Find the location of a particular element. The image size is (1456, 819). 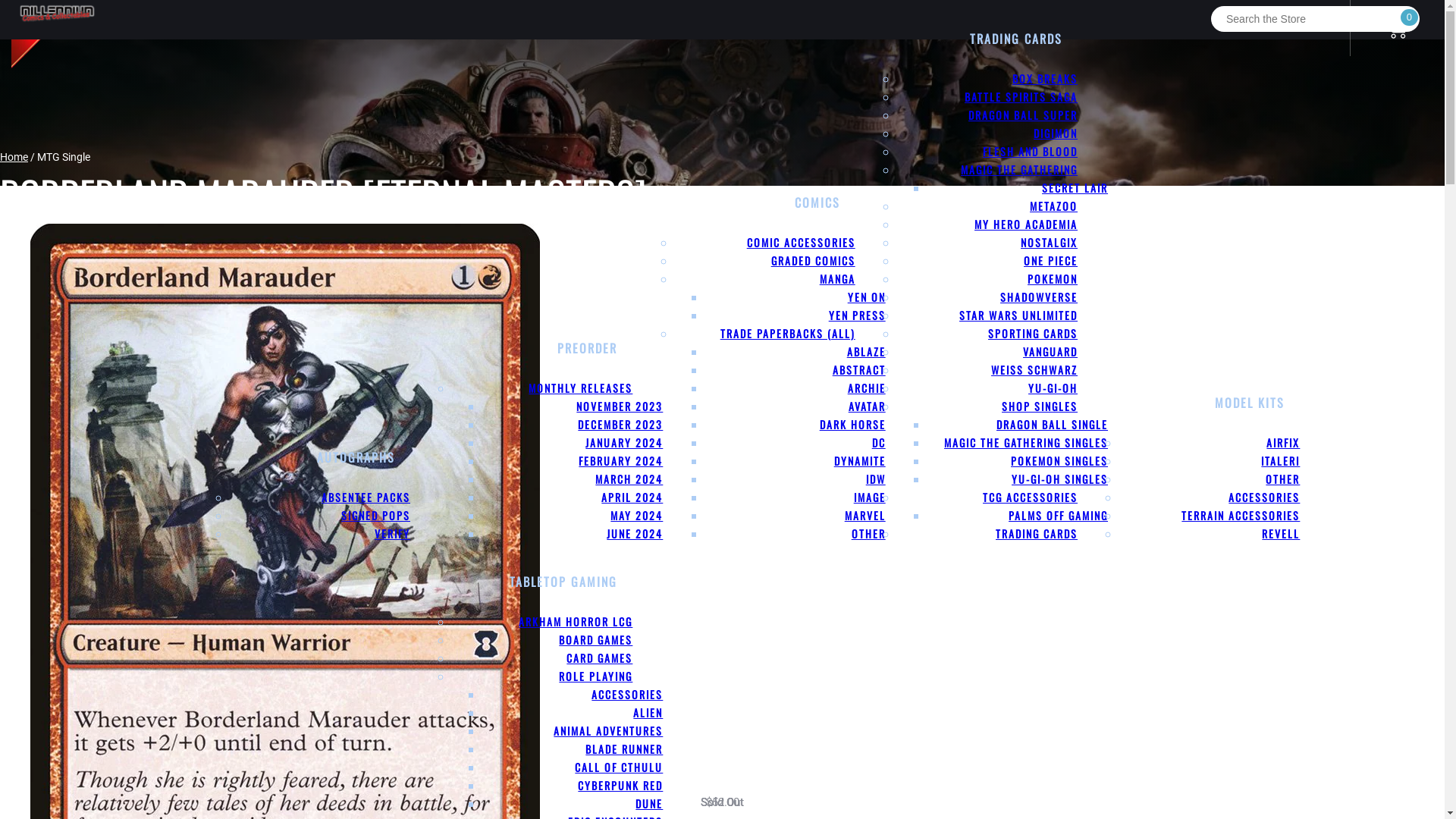

'NOVEMBER 2023' is located at coordinates (619, 405).